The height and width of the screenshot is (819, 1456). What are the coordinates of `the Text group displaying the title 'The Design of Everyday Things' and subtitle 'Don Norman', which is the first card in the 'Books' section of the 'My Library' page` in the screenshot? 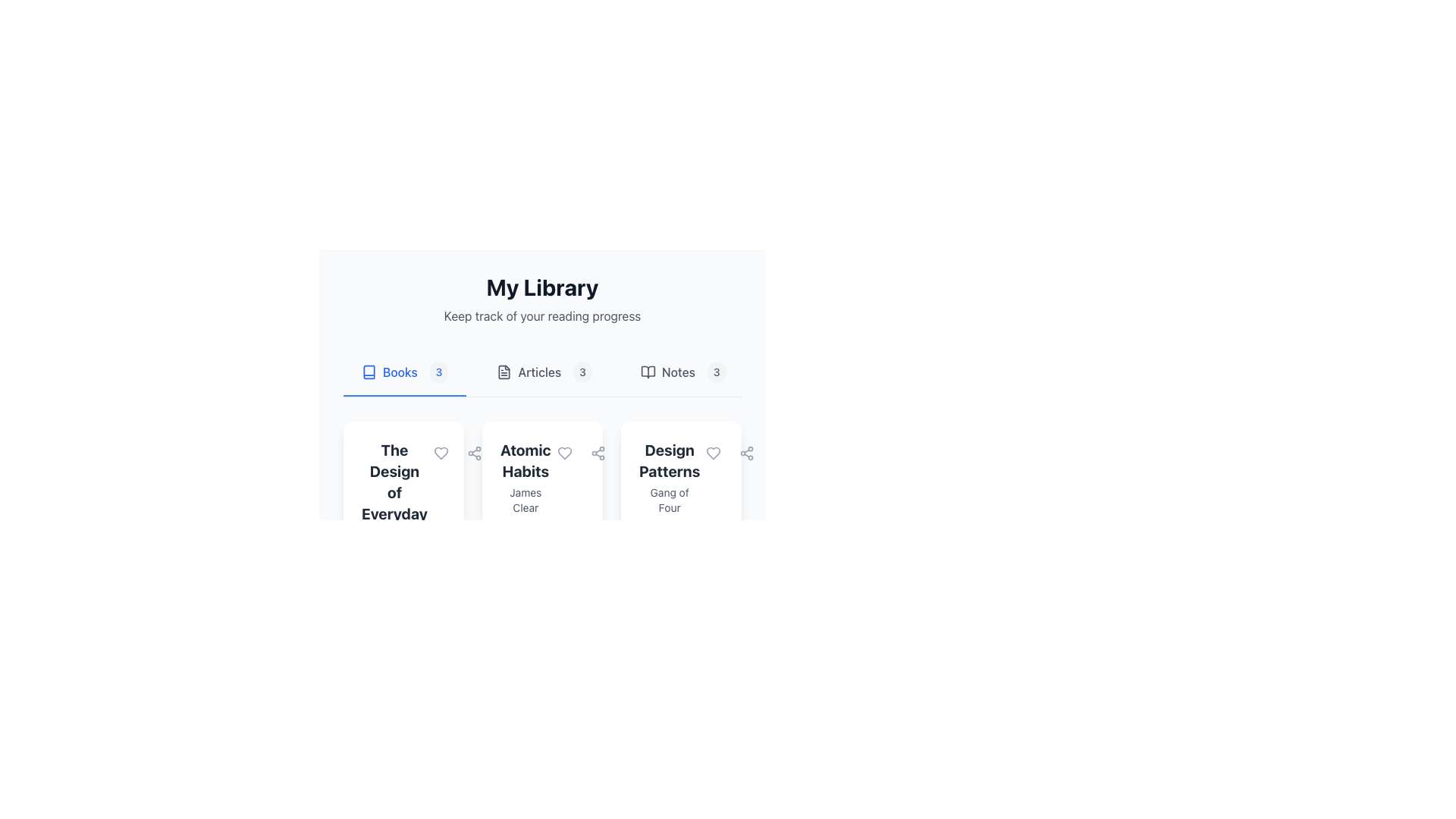 It's located at (394, 502).